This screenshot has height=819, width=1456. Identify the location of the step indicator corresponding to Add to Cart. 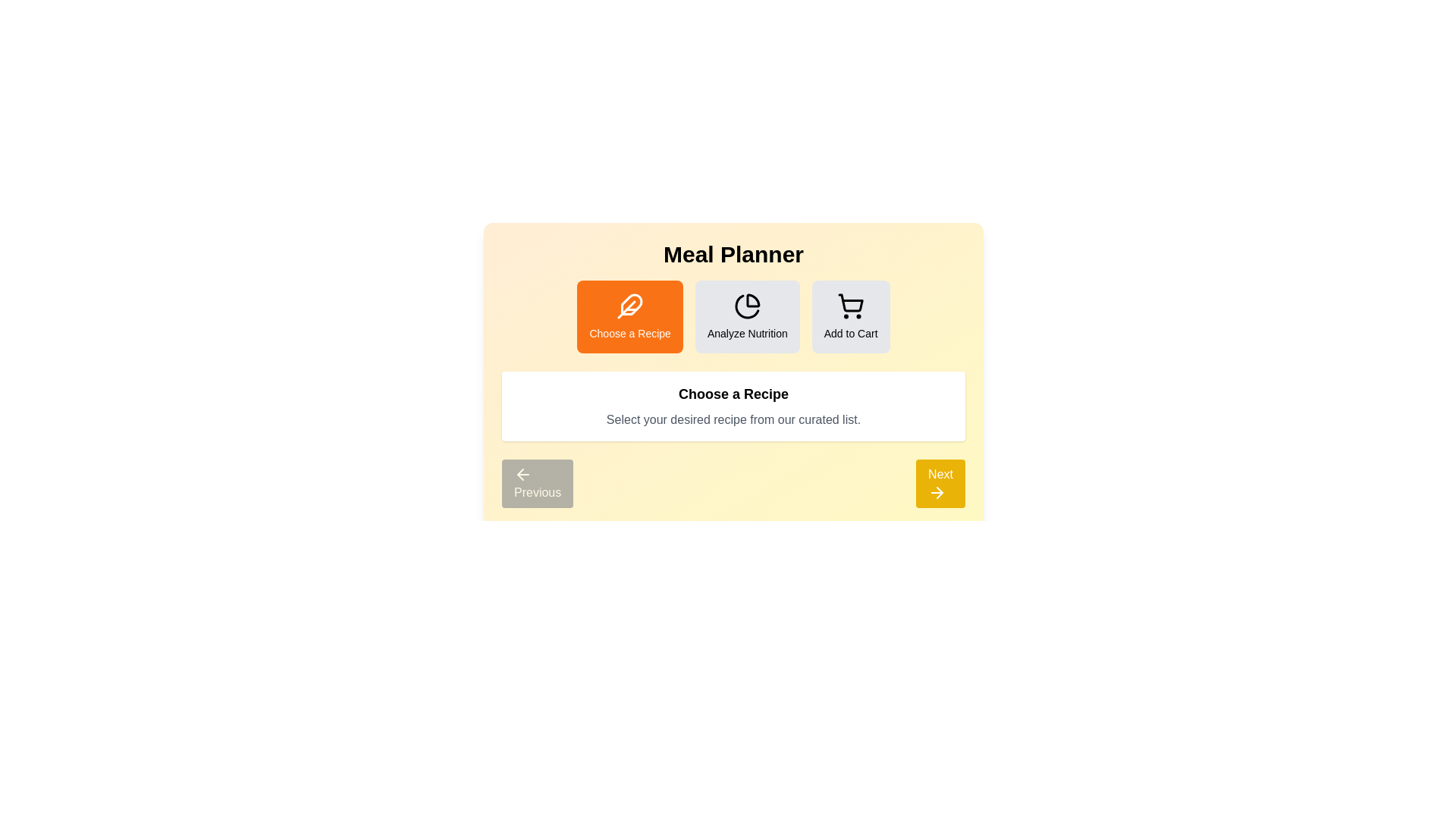
(851, 315).